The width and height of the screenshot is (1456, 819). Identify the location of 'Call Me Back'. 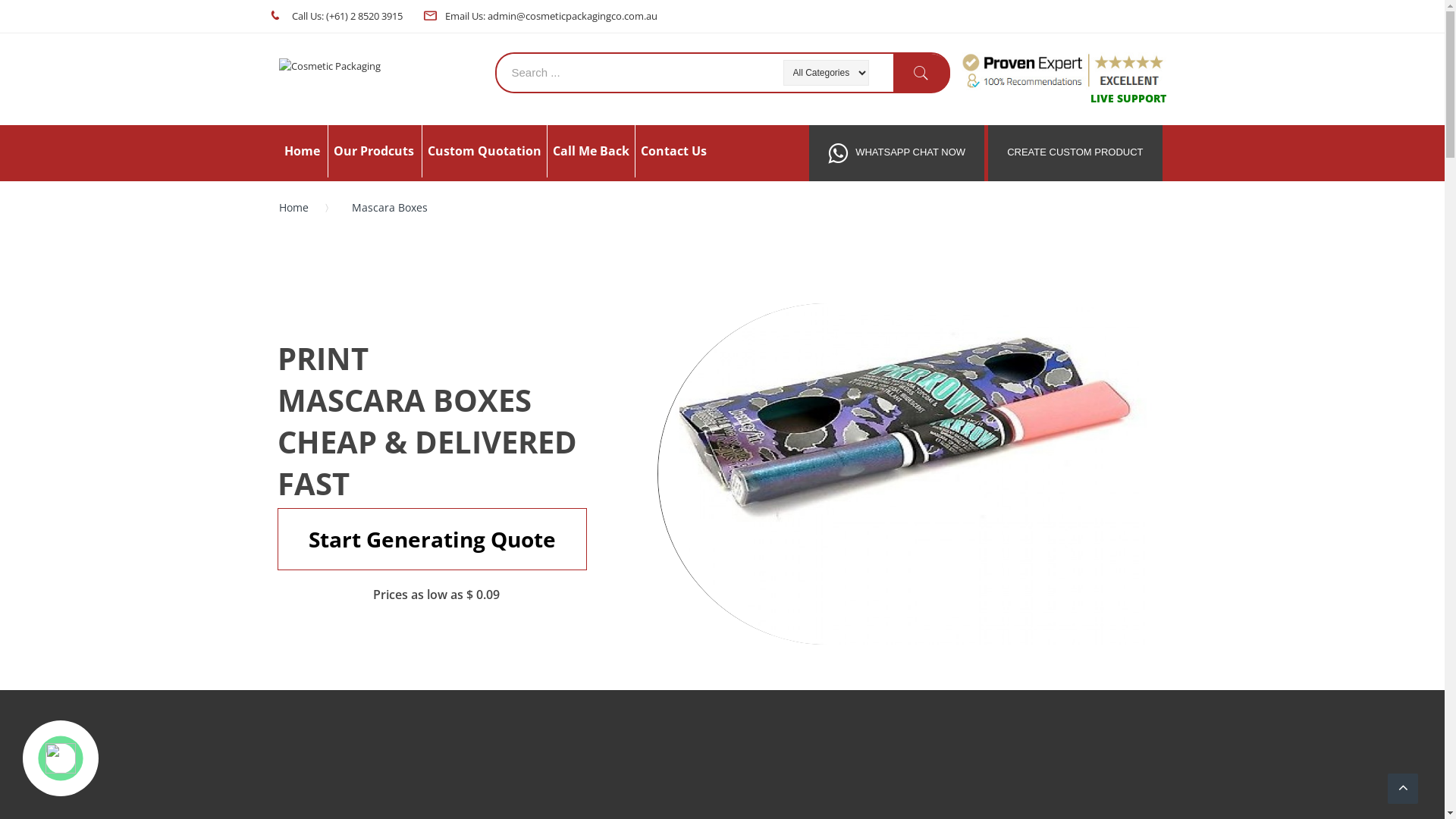
(588, 151).